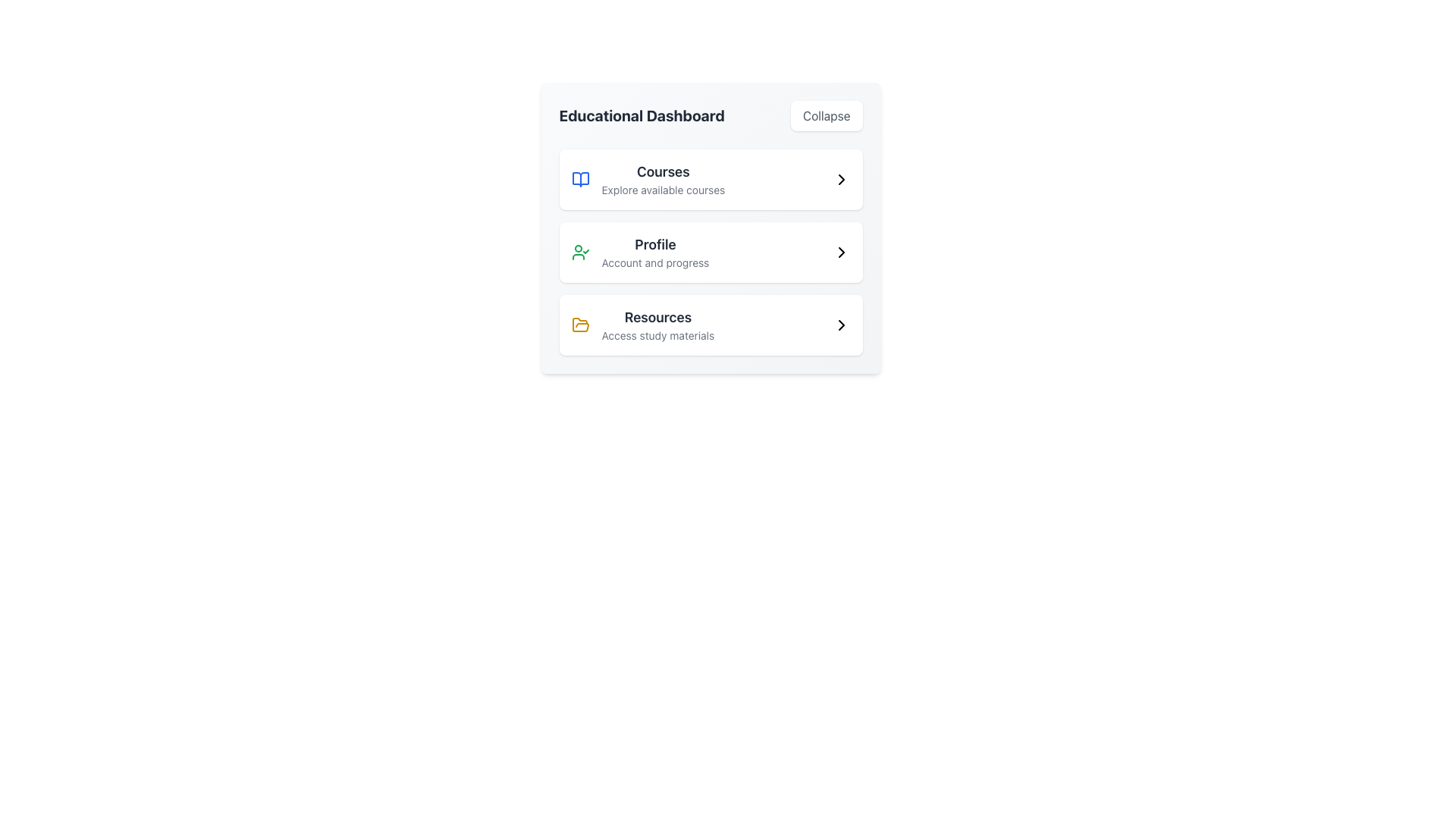 This screenshot has width=1456, height=819. Describe the element at coordinates (579, 251) in the screenshot. I see `the green circular icon representing a verified user in the 'Profile' section, located to the left of the 'Profile' text label` at that location.